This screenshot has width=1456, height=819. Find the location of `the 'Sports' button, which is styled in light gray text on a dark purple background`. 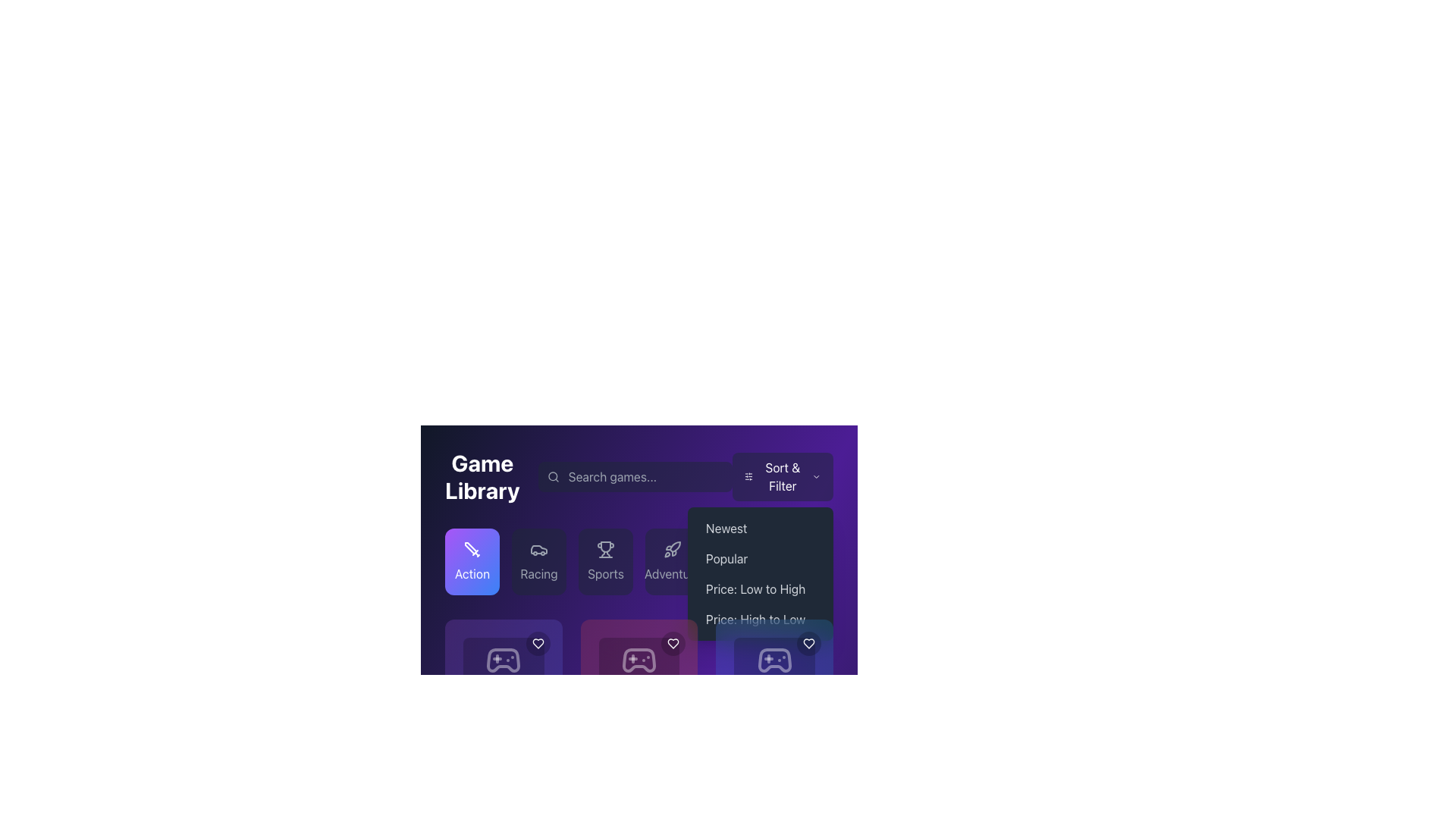

the 'Sports' button, which is styled in light gray text on a dark purple background is located at coordinates (605, 573).